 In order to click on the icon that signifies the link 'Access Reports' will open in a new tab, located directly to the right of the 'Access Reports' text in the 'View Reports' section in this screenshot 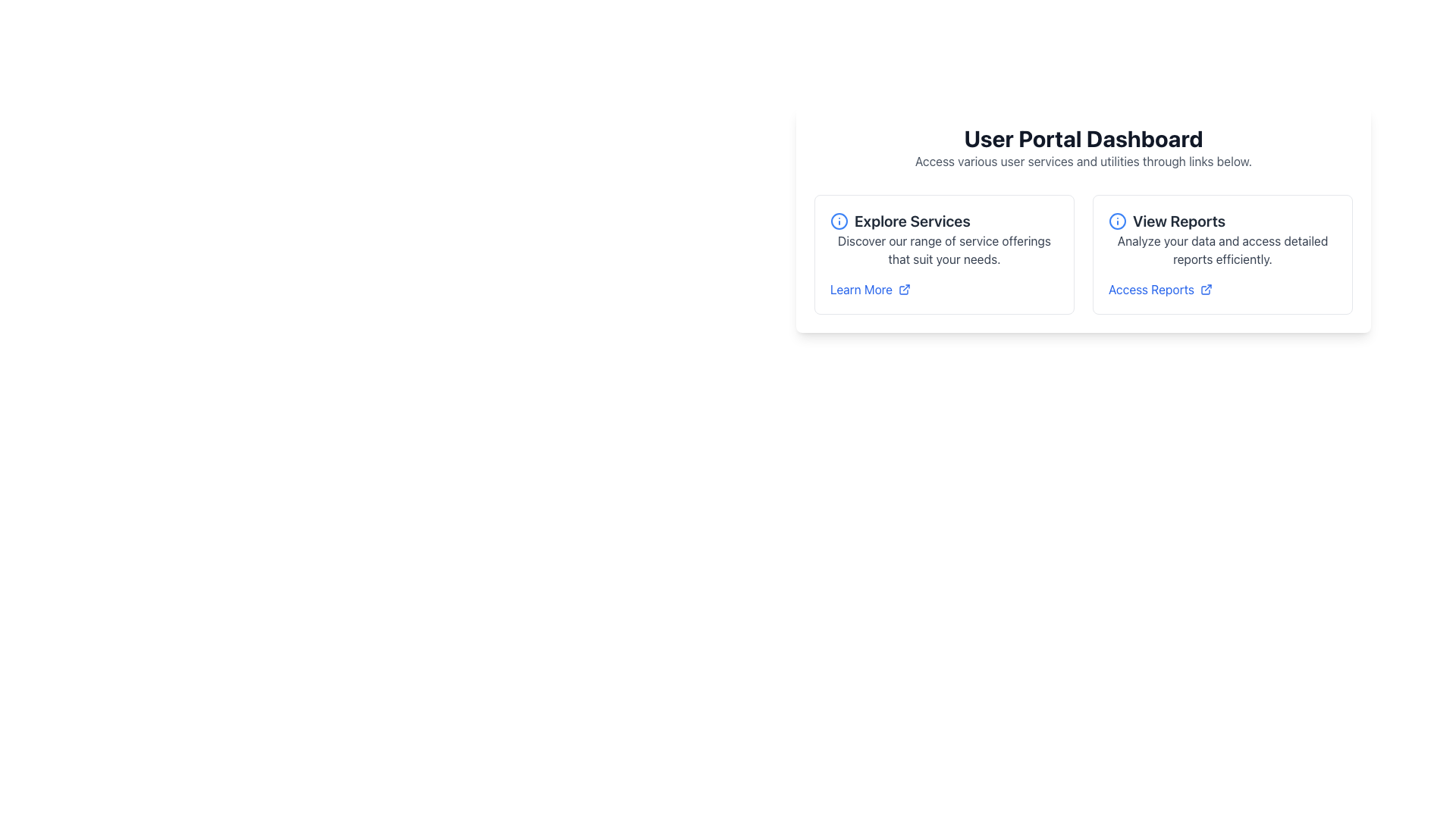, I will do `click(1205, 289)`.